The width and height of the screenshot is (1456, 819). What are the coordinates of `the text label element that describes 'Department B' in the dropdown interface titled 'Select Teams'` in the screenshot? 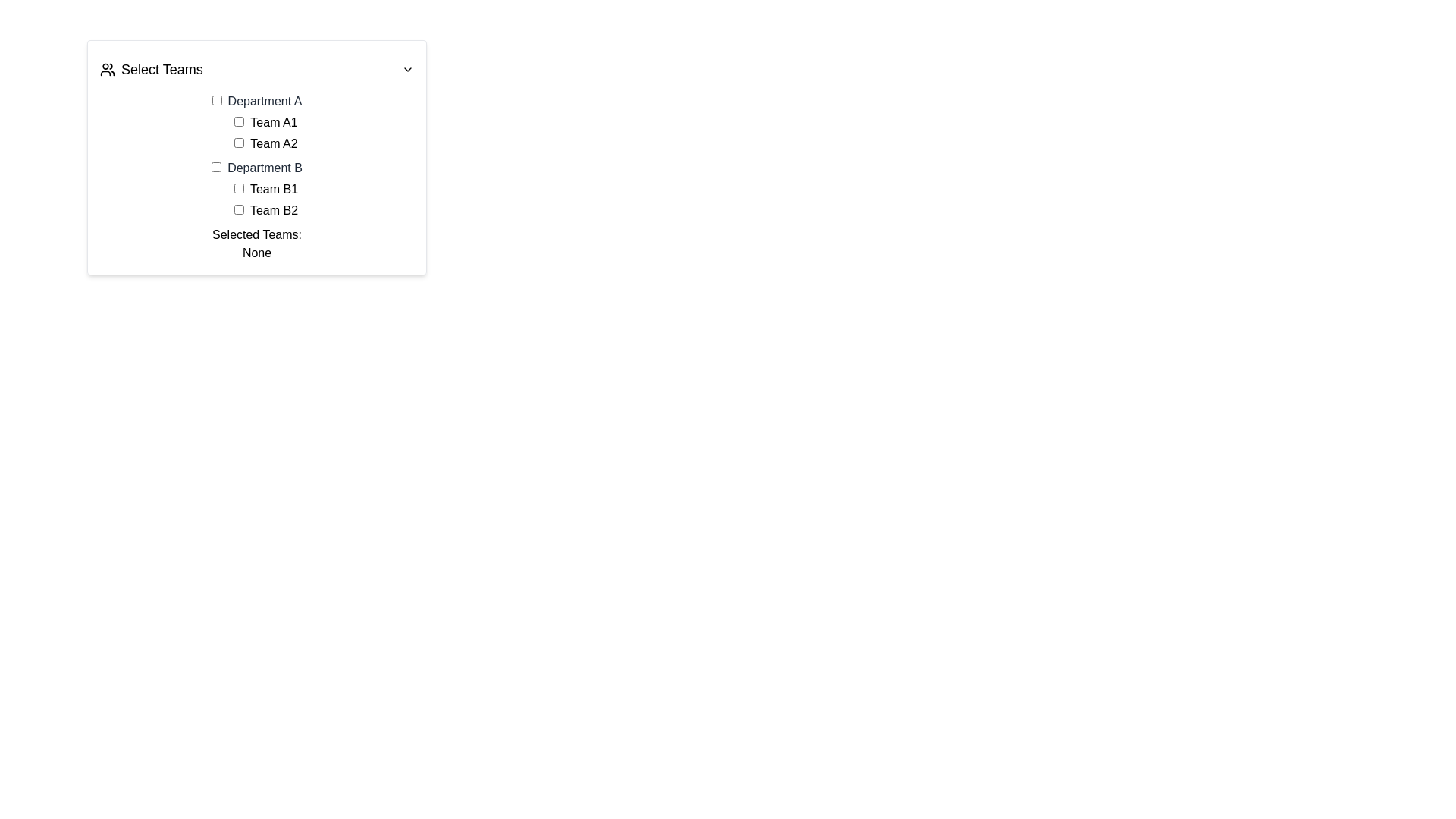 It's located at (265, 168).